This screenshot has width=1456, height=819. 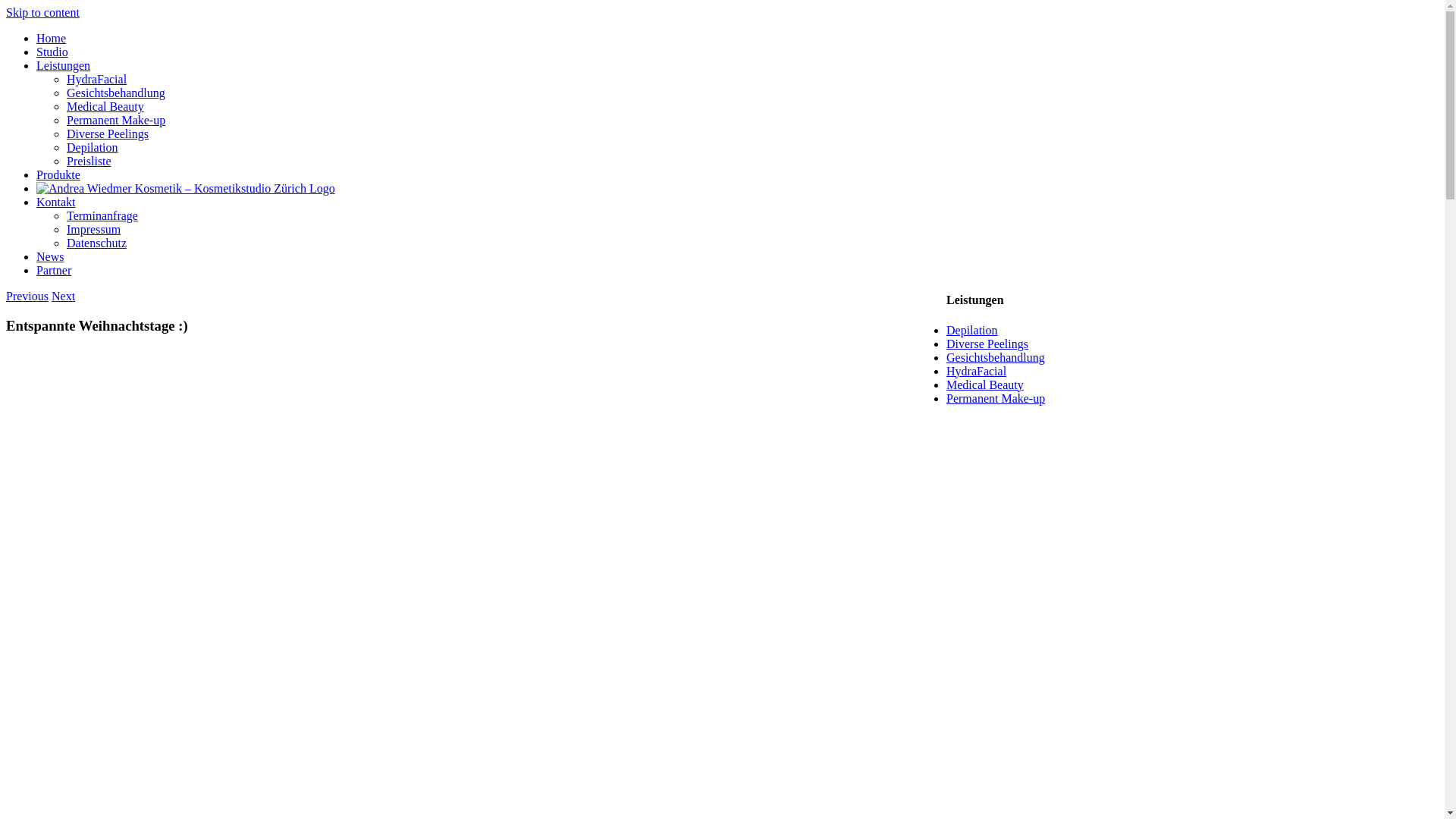 What do you see at coordinates (36, 64) in the screenshot?
I see `'Leistungen'` at bounding box center [36, 64].